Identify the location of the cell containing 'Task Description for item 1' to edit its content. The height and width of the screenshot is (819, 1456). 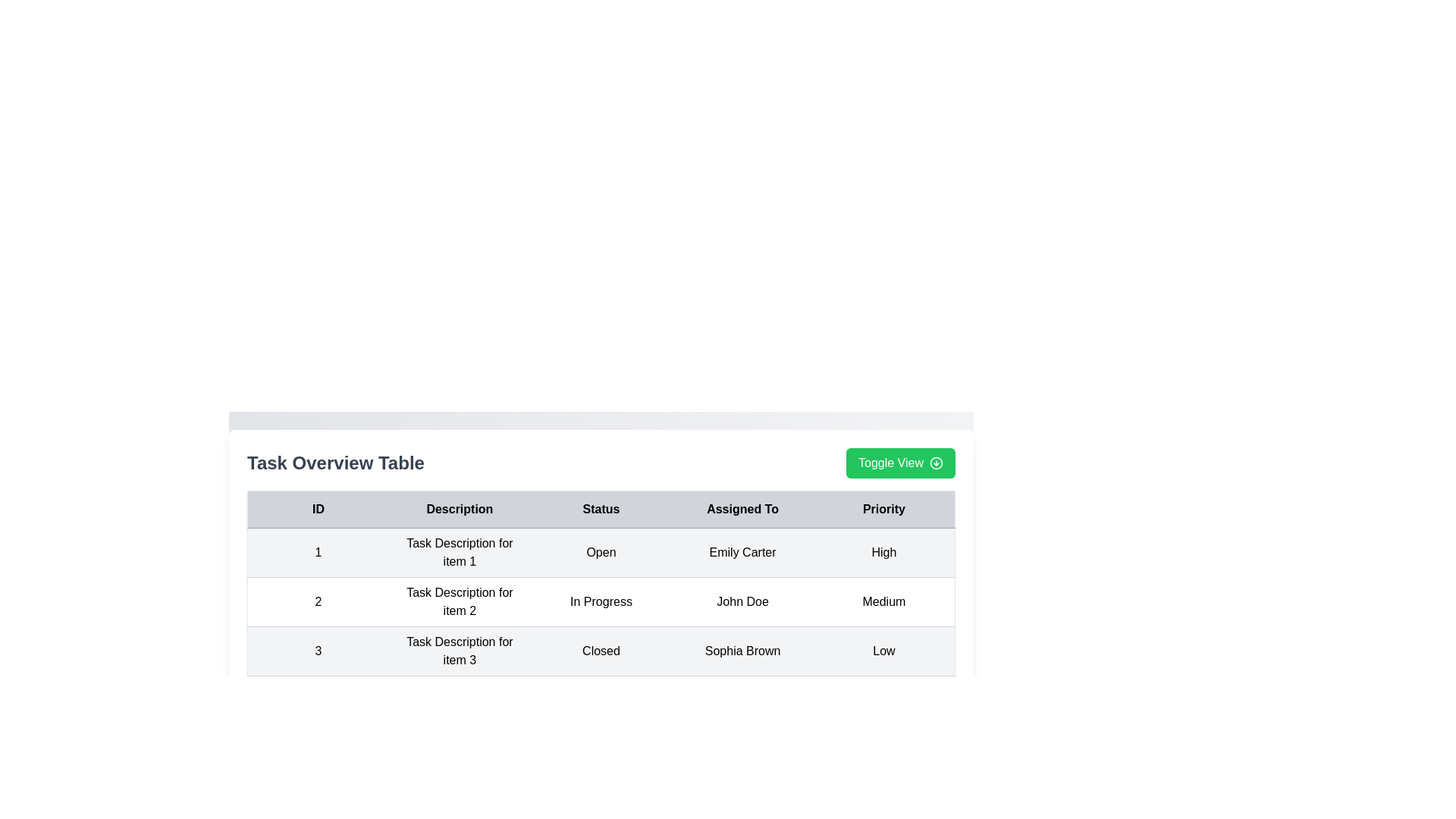
(458, 553).